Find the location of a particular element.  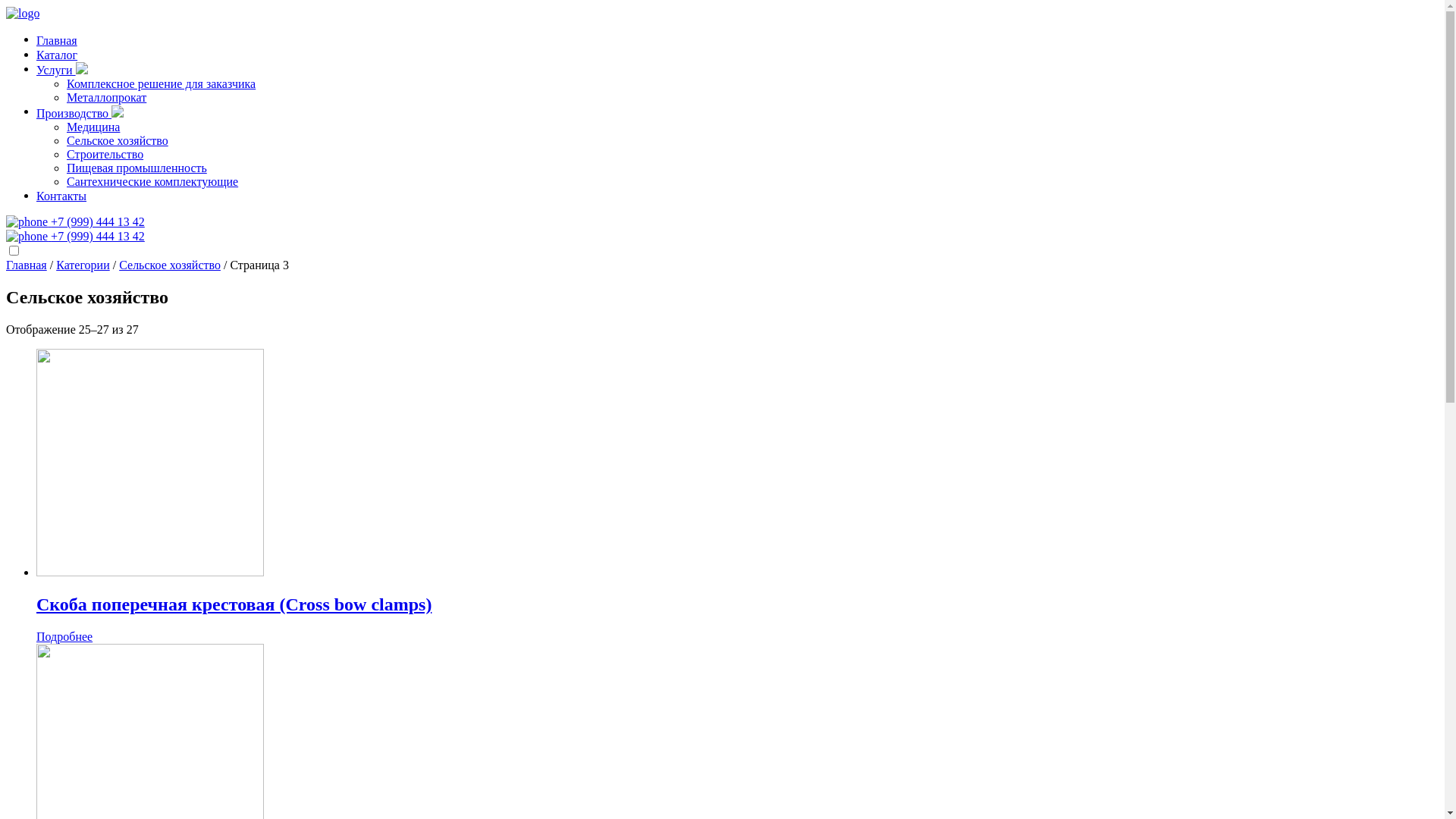

'+7 (999) 444 13 42' is located at coordinates (6, 237).